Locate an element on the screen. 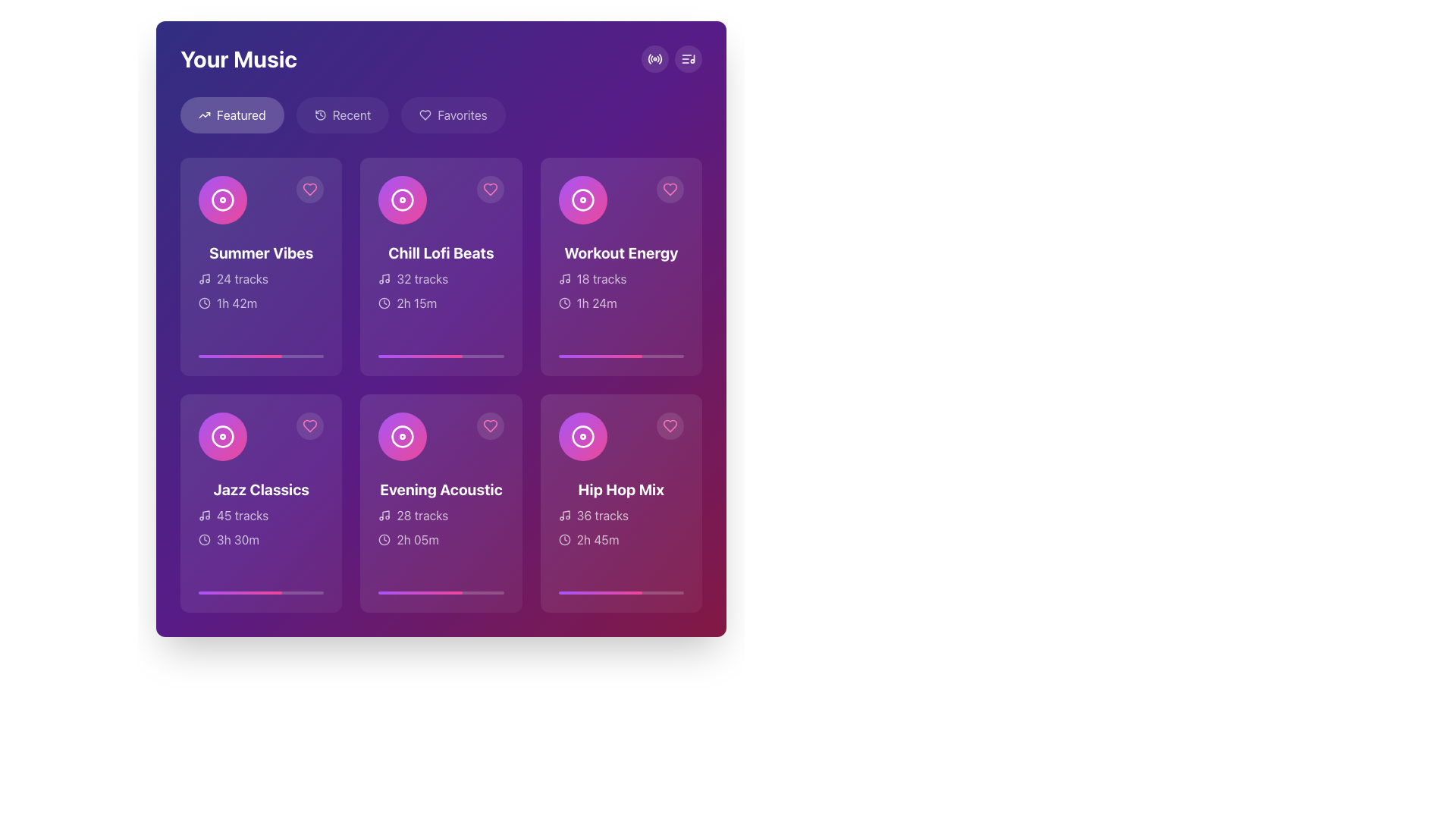  the decorative music type icon located within the 'Workout Energy' card in the top-right corner of the grid layout is located at coordinates (582, 199).